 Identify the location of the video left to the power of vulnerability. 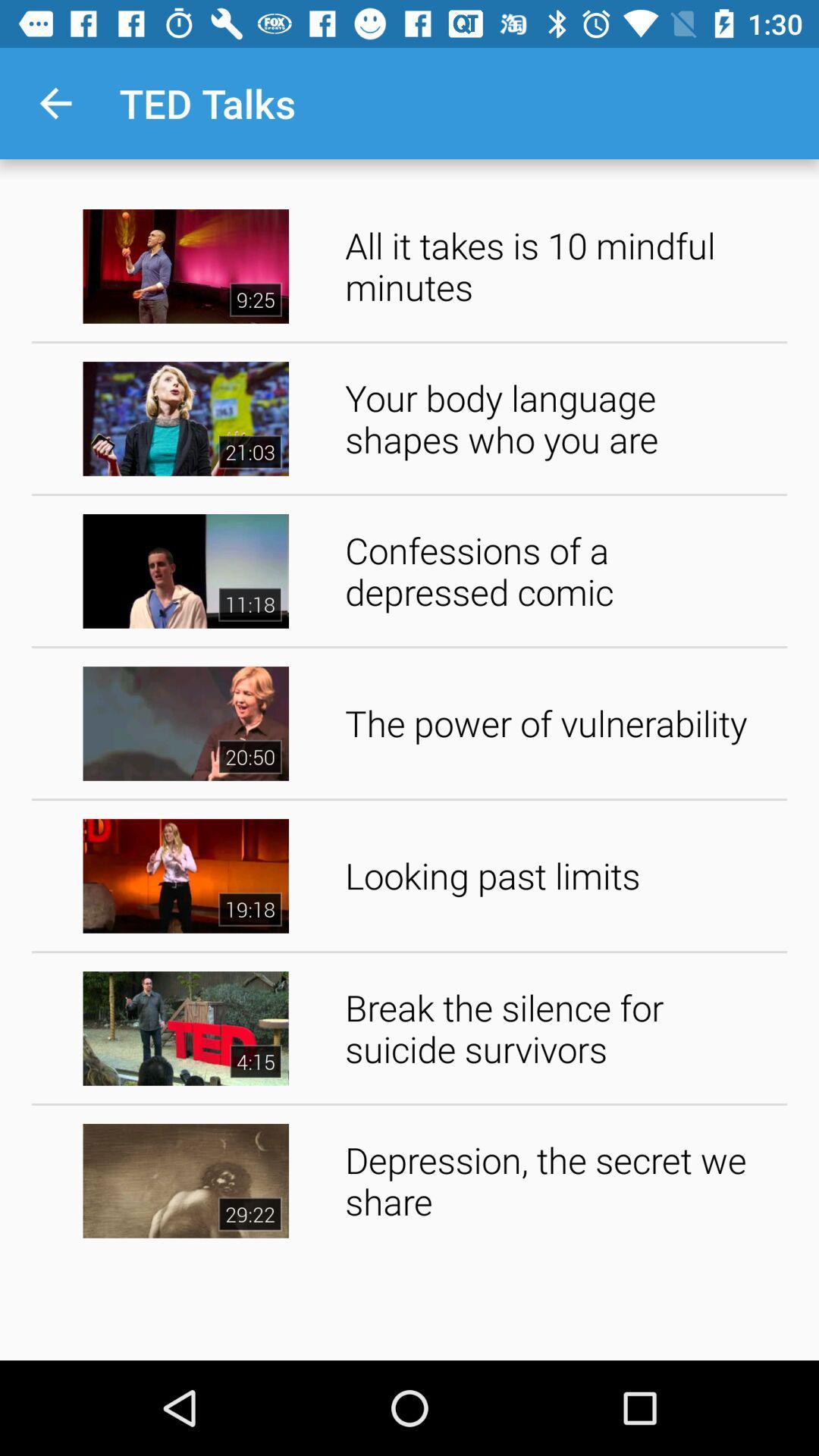
(185, 723).